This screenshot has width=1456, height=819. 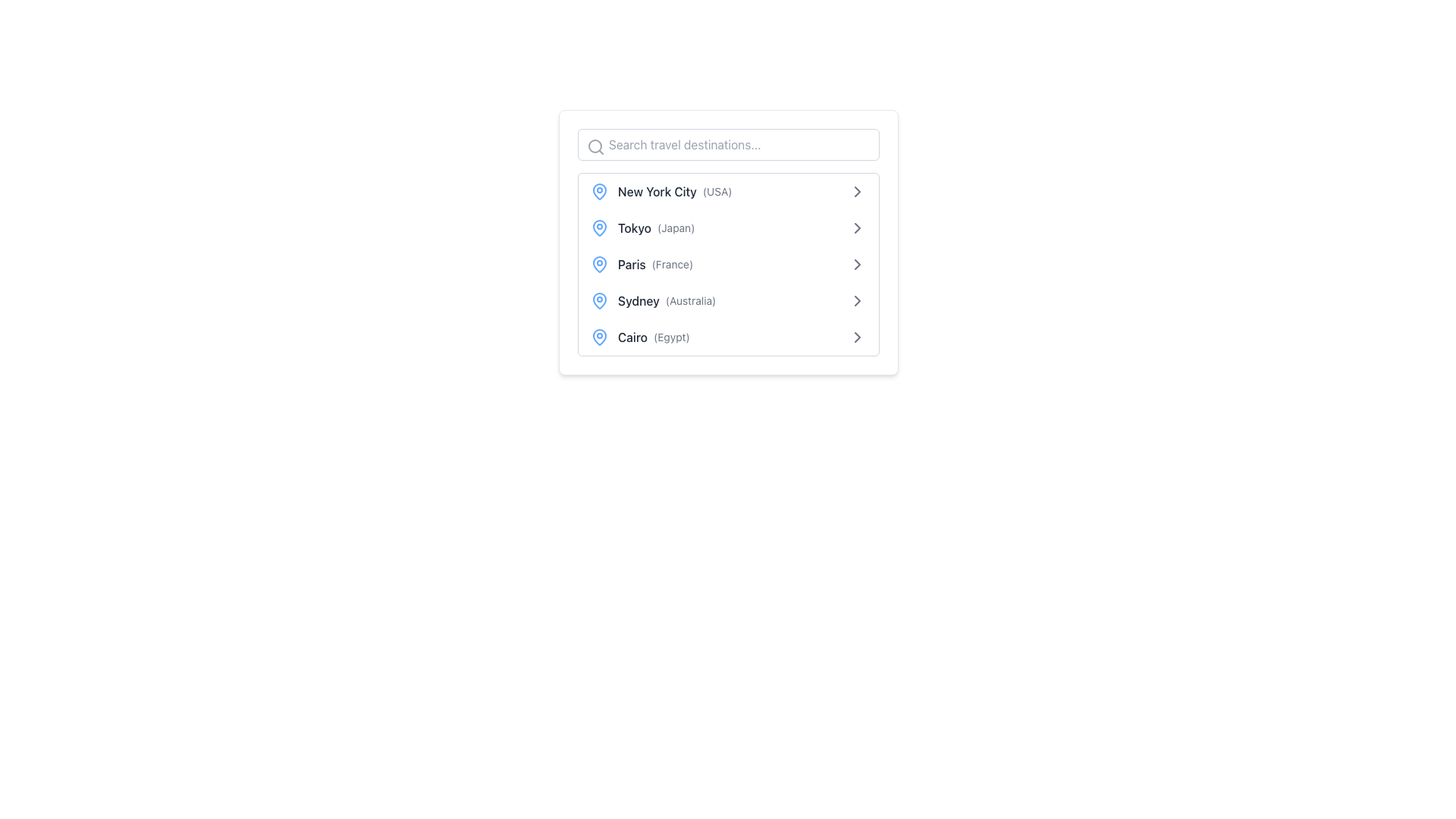 I want to click on the decorative icon resembling a pin or map marker that indicates the location of New York City, which is the leftmost icon in the first list item of locations, so click(x=599, y=190).